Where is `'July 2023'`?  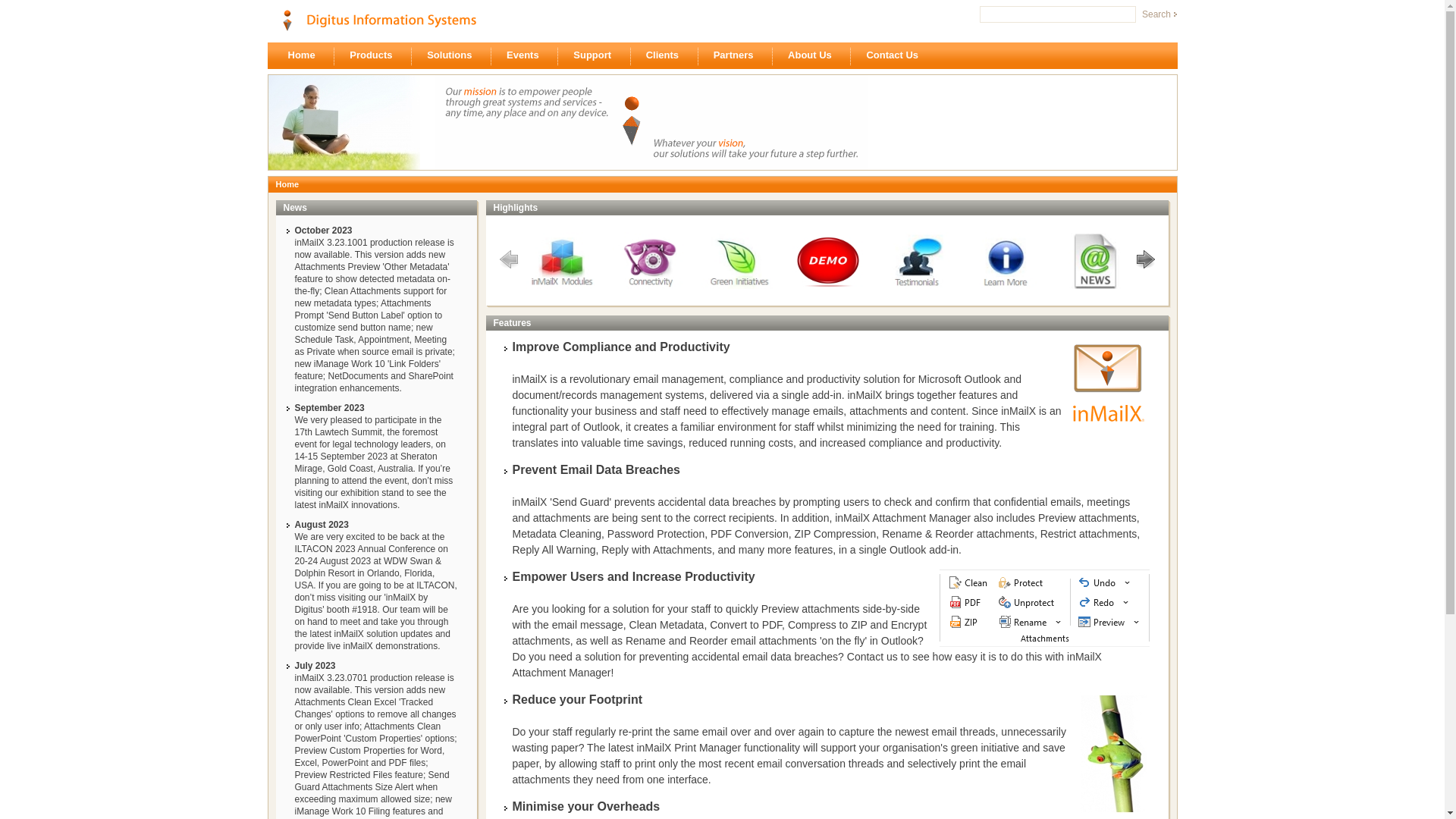 'July 2023' is located at coordinates (313, 665).